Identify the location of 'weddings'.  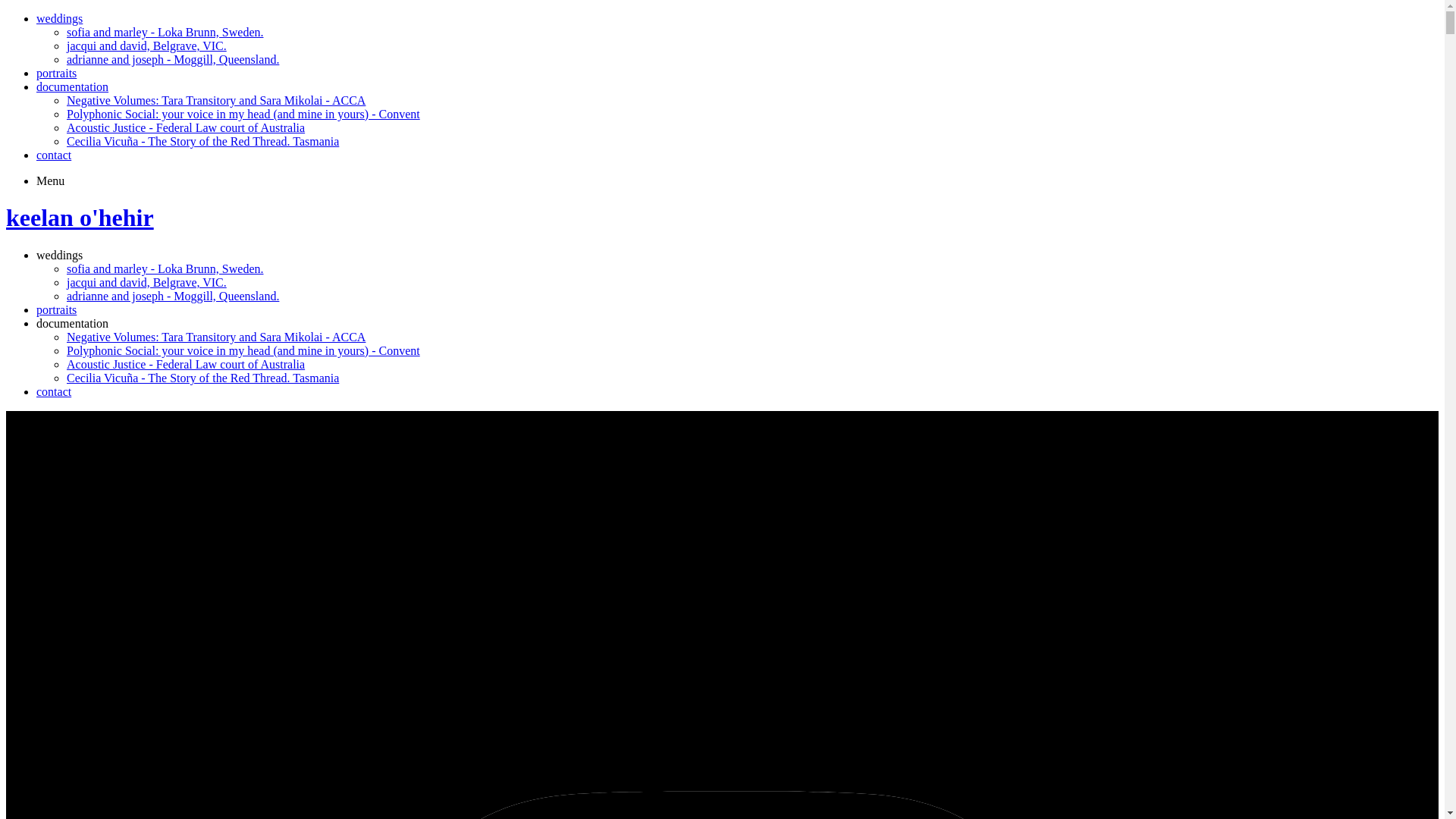
(59, 18).